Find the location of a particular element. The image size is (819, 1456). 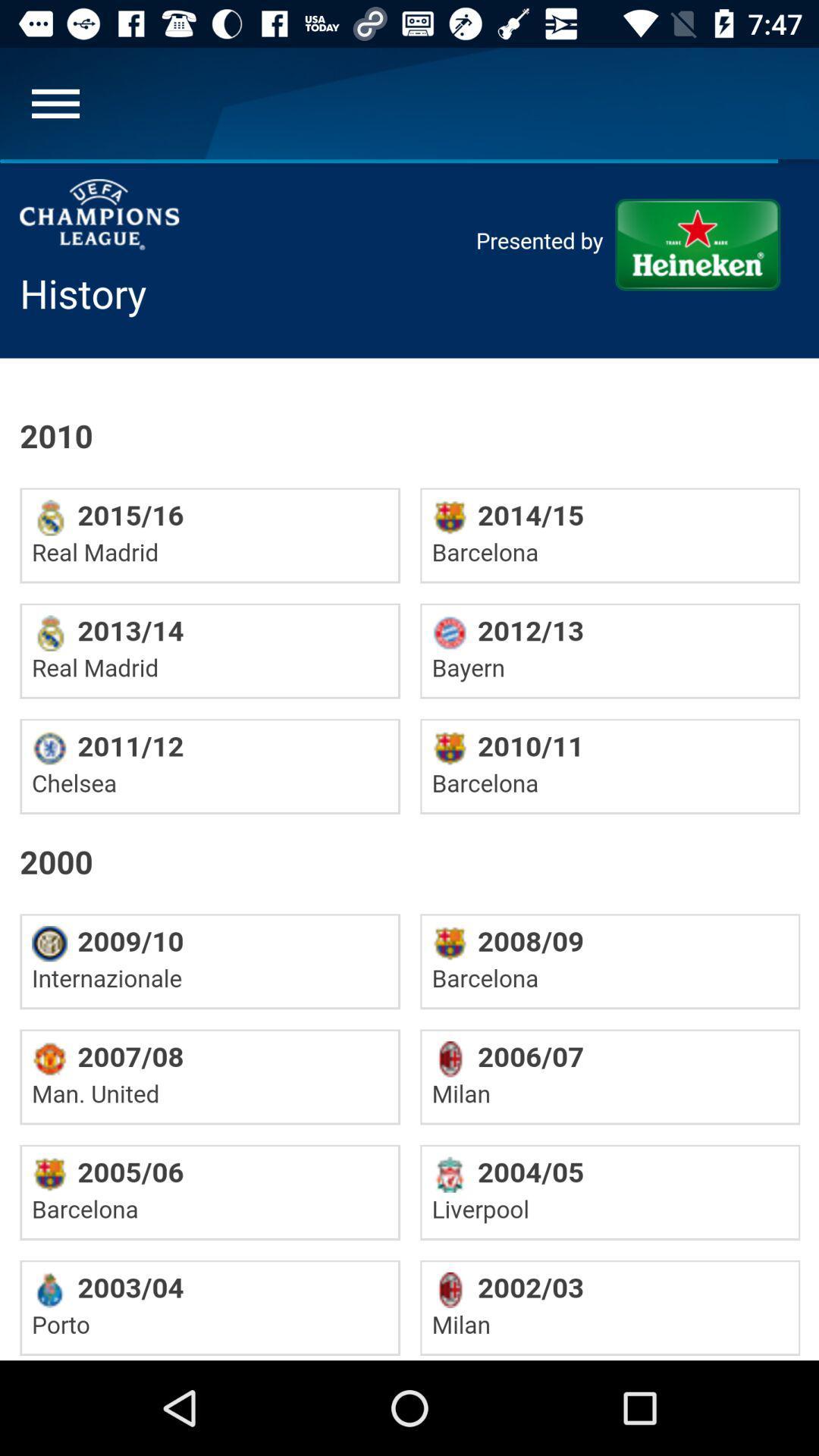

menu is located at coordinates (55, 102).